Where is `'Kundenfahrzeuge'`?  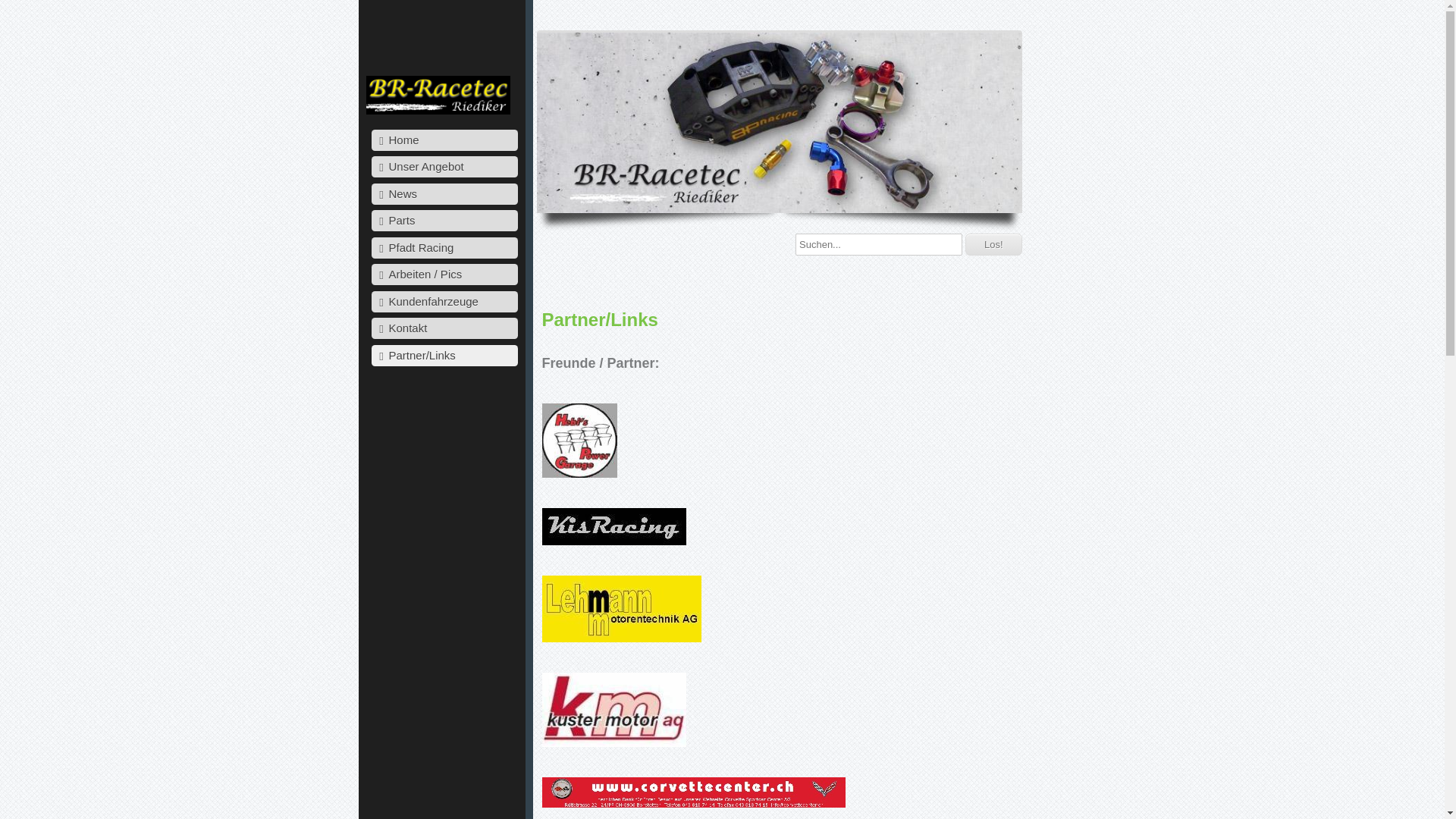 'Kundenfahrzeuge' is located at coordinates (444, 301).